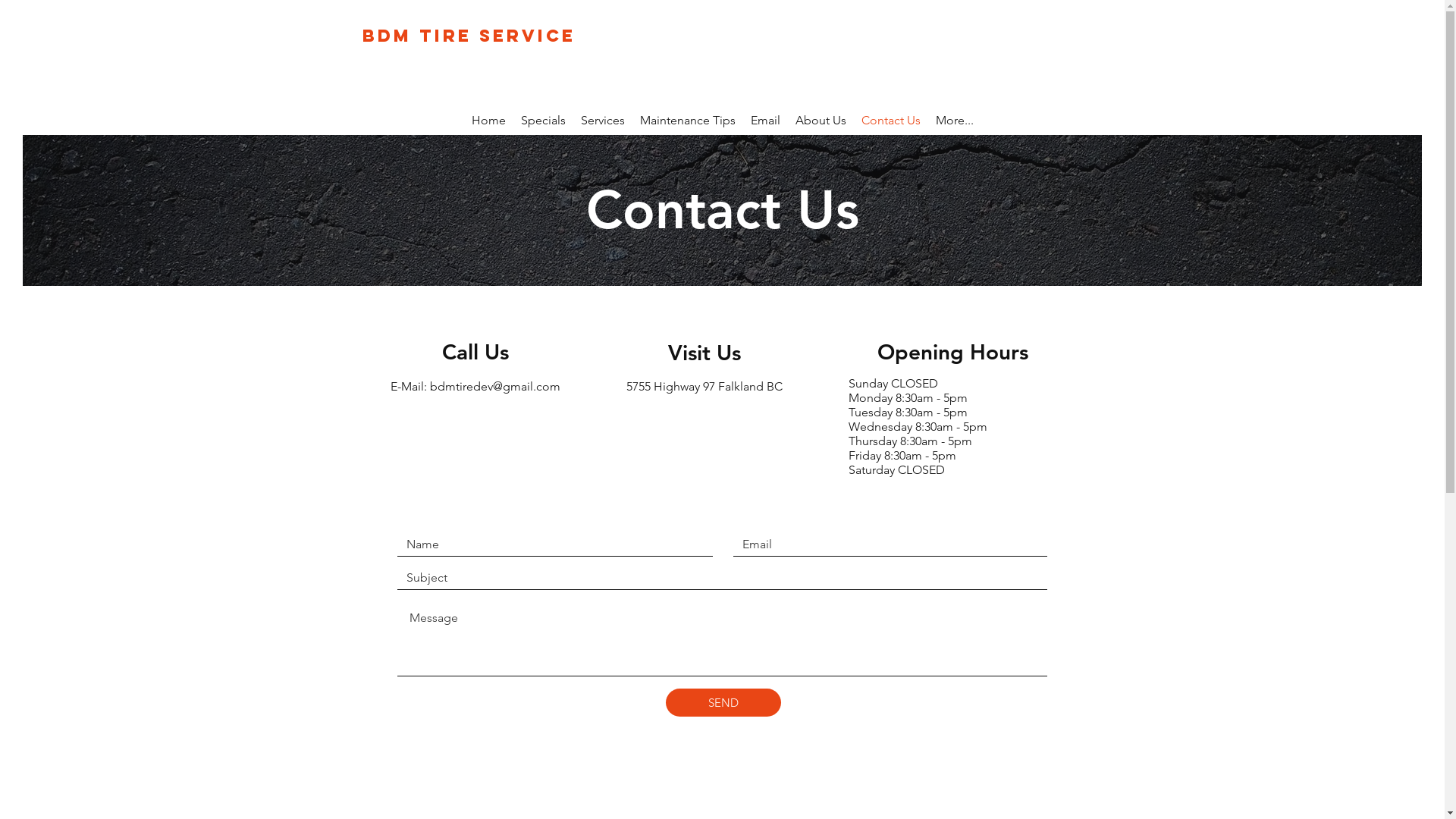  I want to click on 'SEND', so click(723, 702).